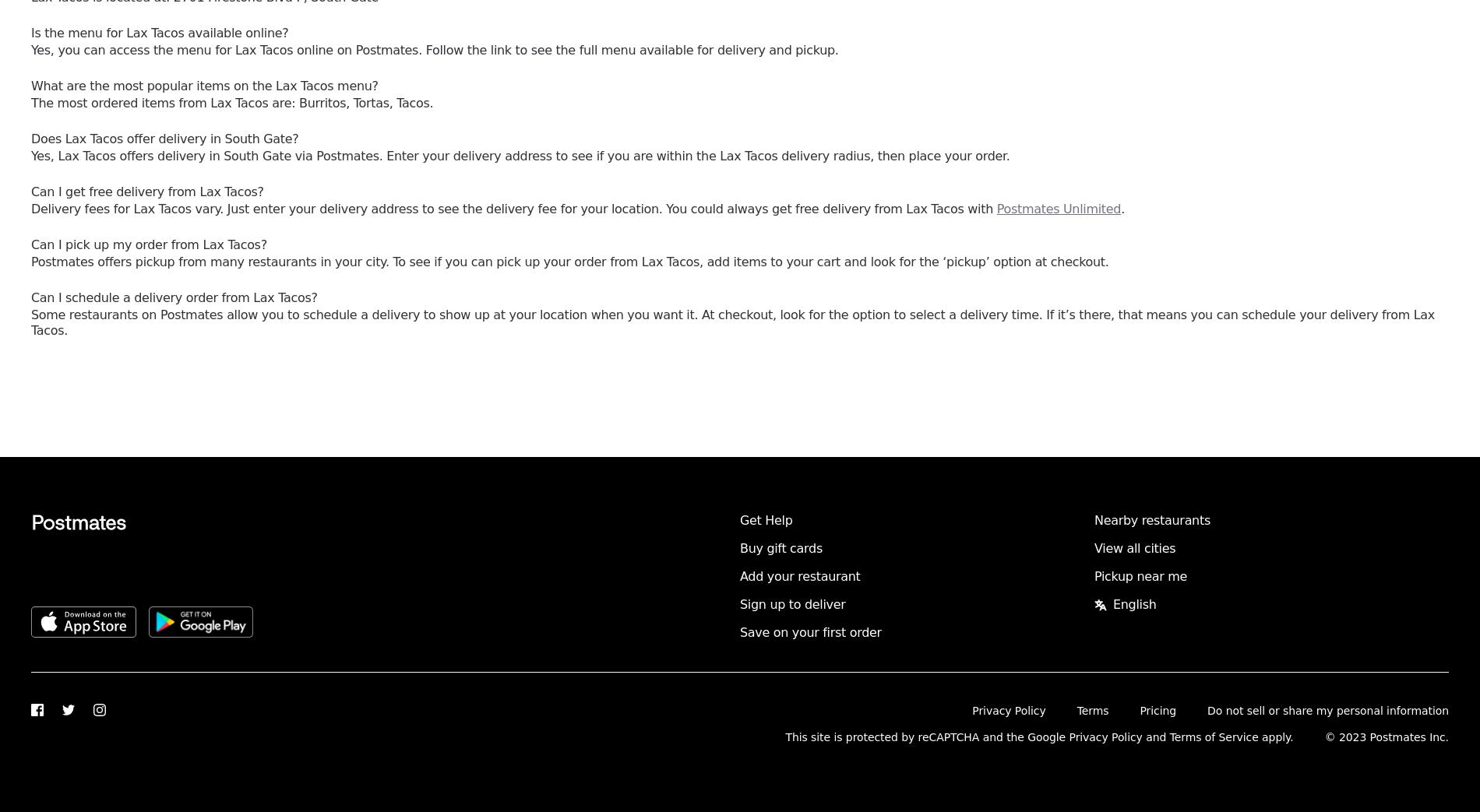 The width and height of the screenshot is (1480, 812). I want to click on 'English', so click(1134, 603).